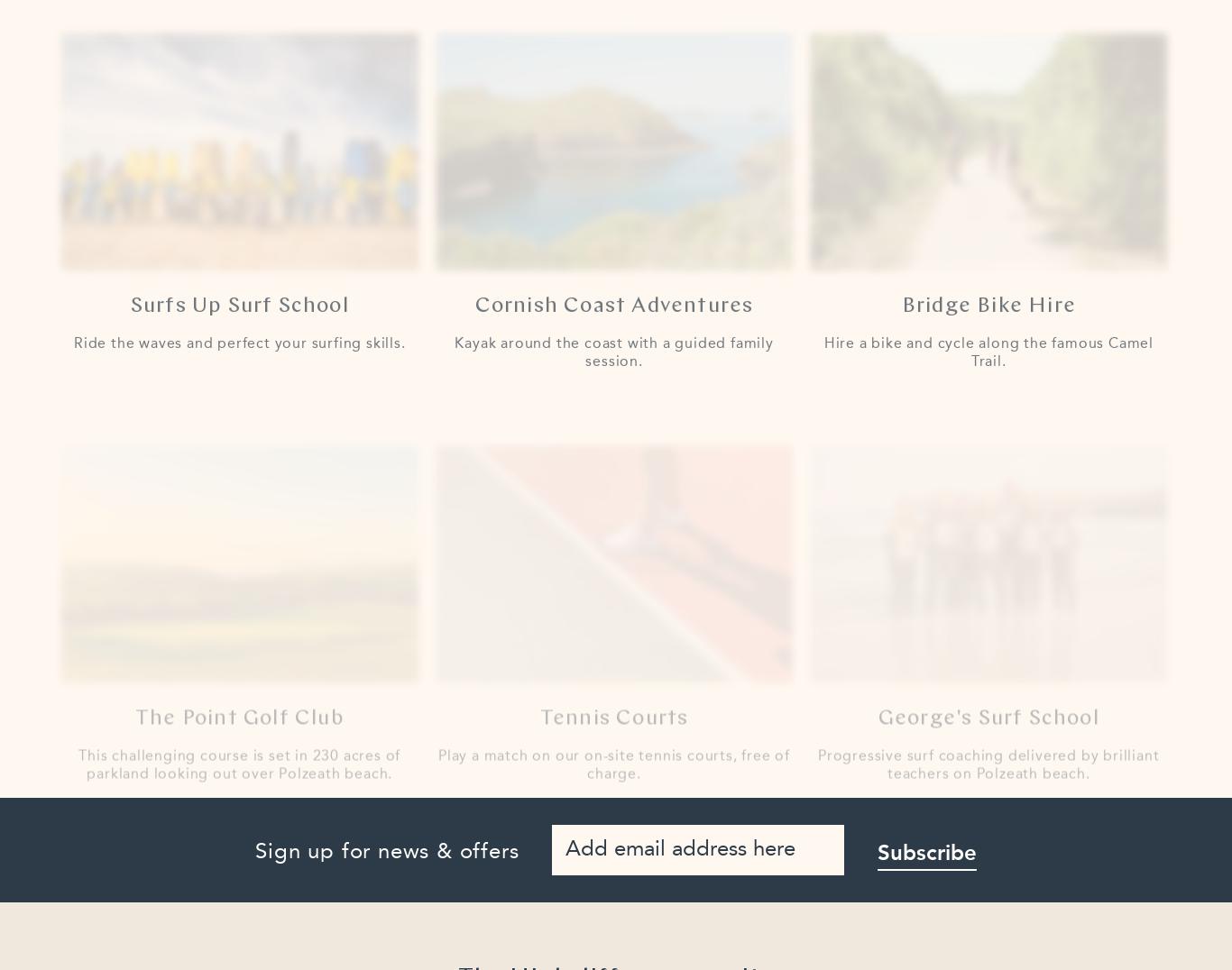 The image size is (1232, 970). Describe the element at coordinates (987, 680) in the screenshot. I see `'George's Surf School'` at that location.